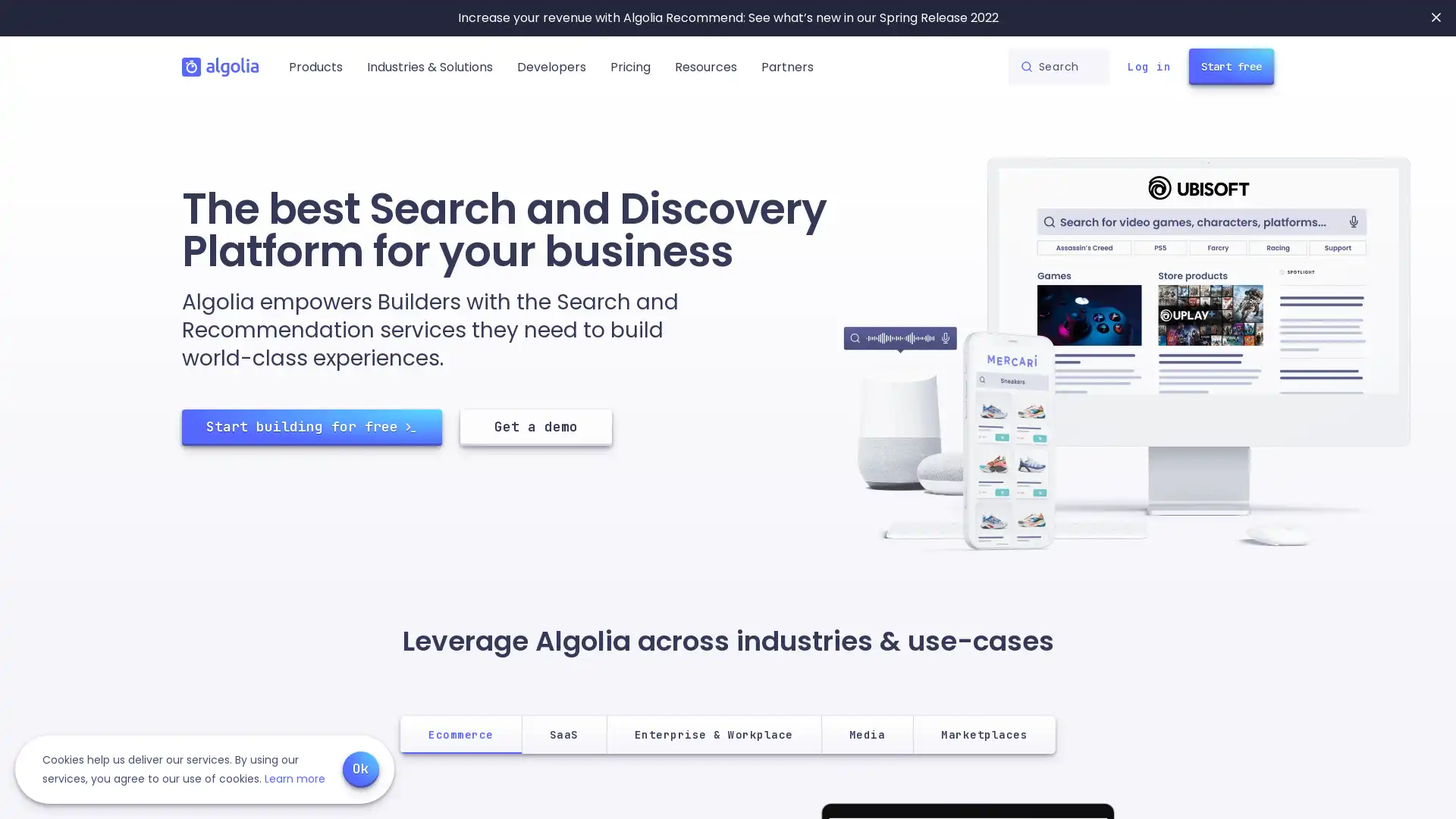 This screenshot has width=1456, height=819. What do you see at coordinates (636, 66) in the screenshot?
I see `Pricing` at bounding box center [636, 66].